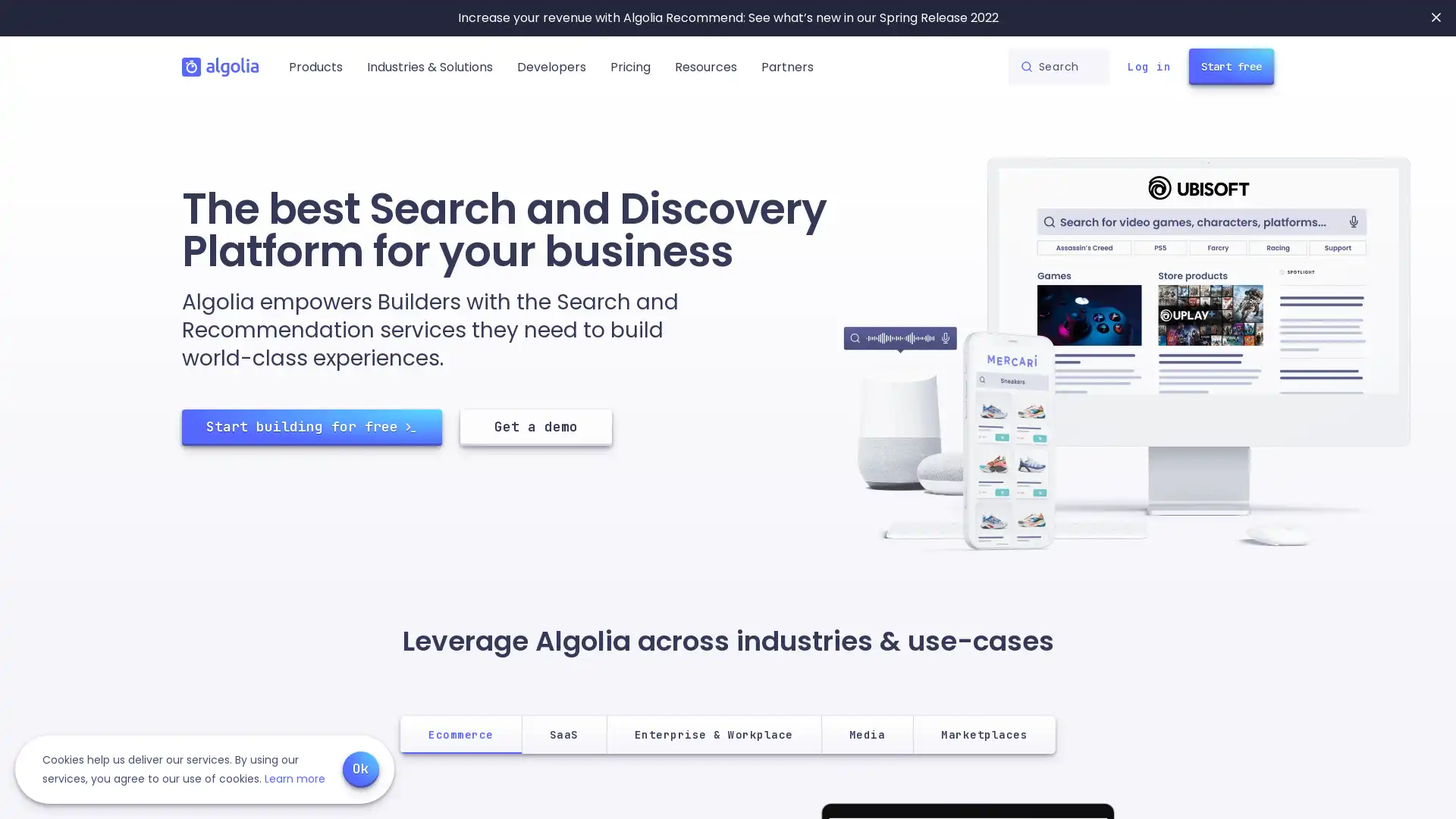 This screenshot has width=1456, height=819. What do you see at coordinates (636, 66) in the screenshot?
I see `Pricing` at bounding box center [636, 66].